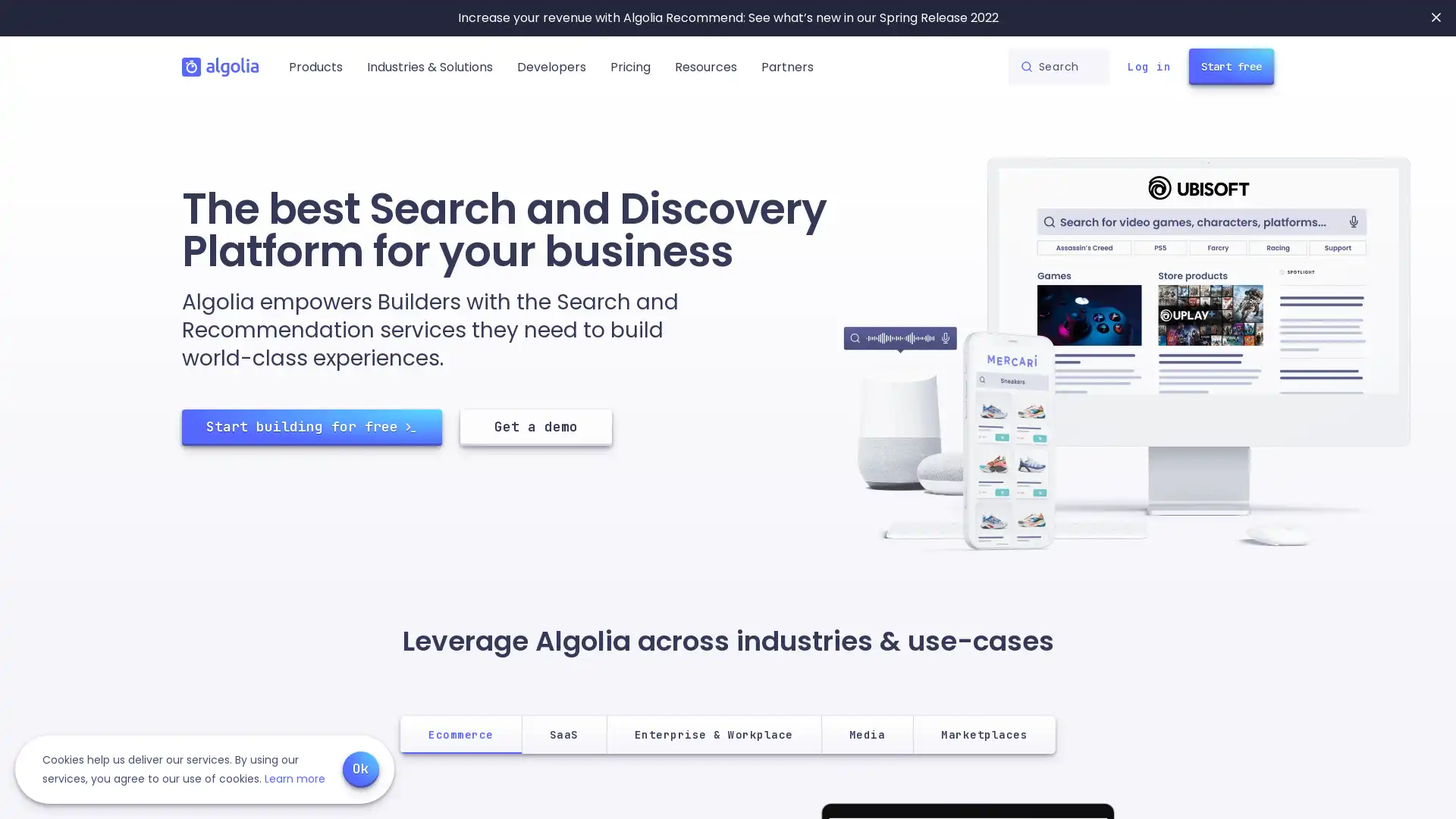 This screenshot has width=1456, height=819. What do you see at coordinates (636, 66) in the screenshot?
I see `Pricing` at bounding box center [636, 66].